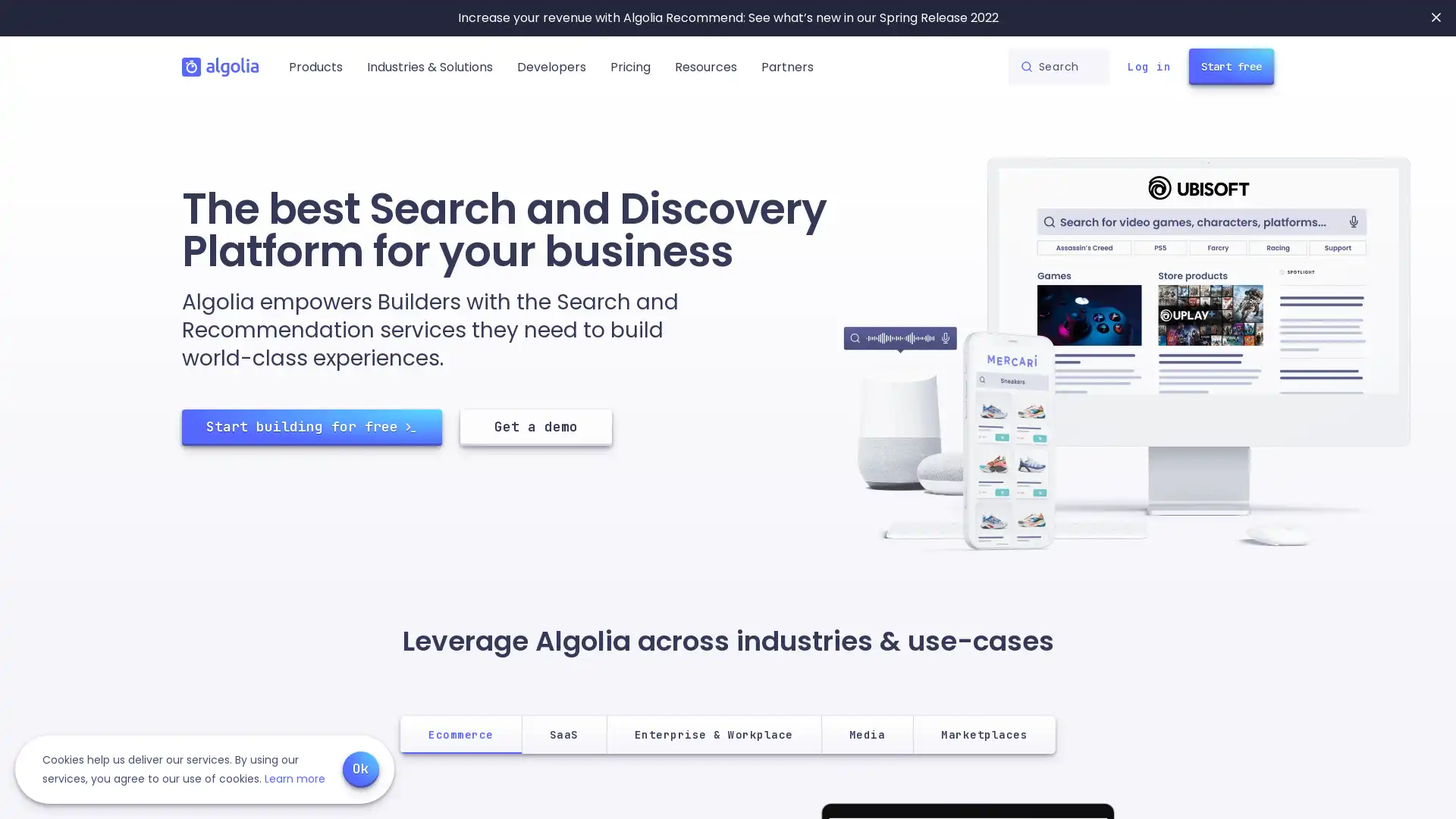 This screenshot has width=1456, height=819. What do you see at coordinates (636, 66) in the screenshot?
I see `Pricing` at bounding box center [636, 66].